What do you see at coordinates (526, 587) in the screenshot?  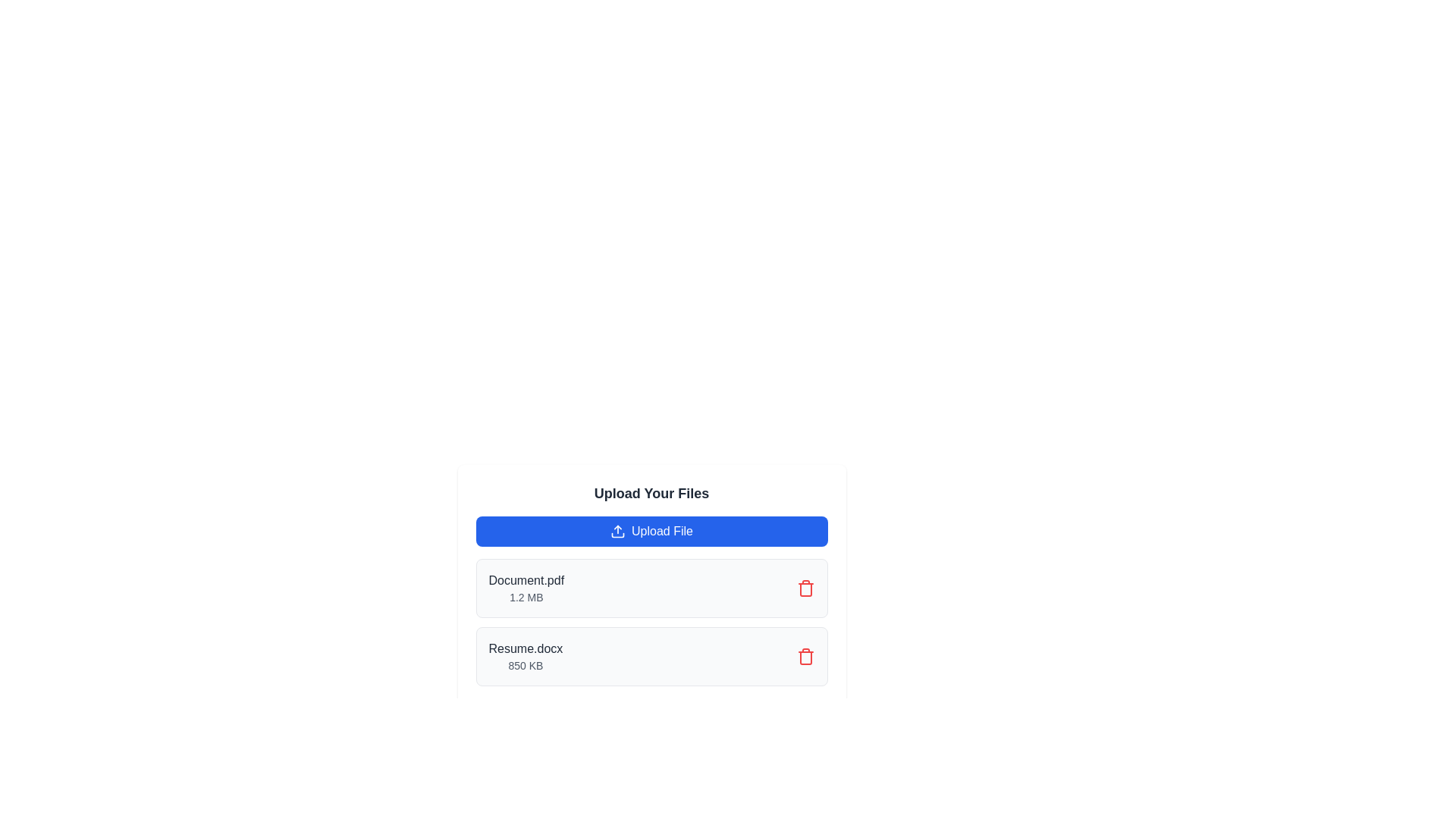 I see `the Text label that identifies the file named 'Document.pdf' with a size of 1.2 MB, located under the blue 'Upload File' button` at bounding box center [526, 587].